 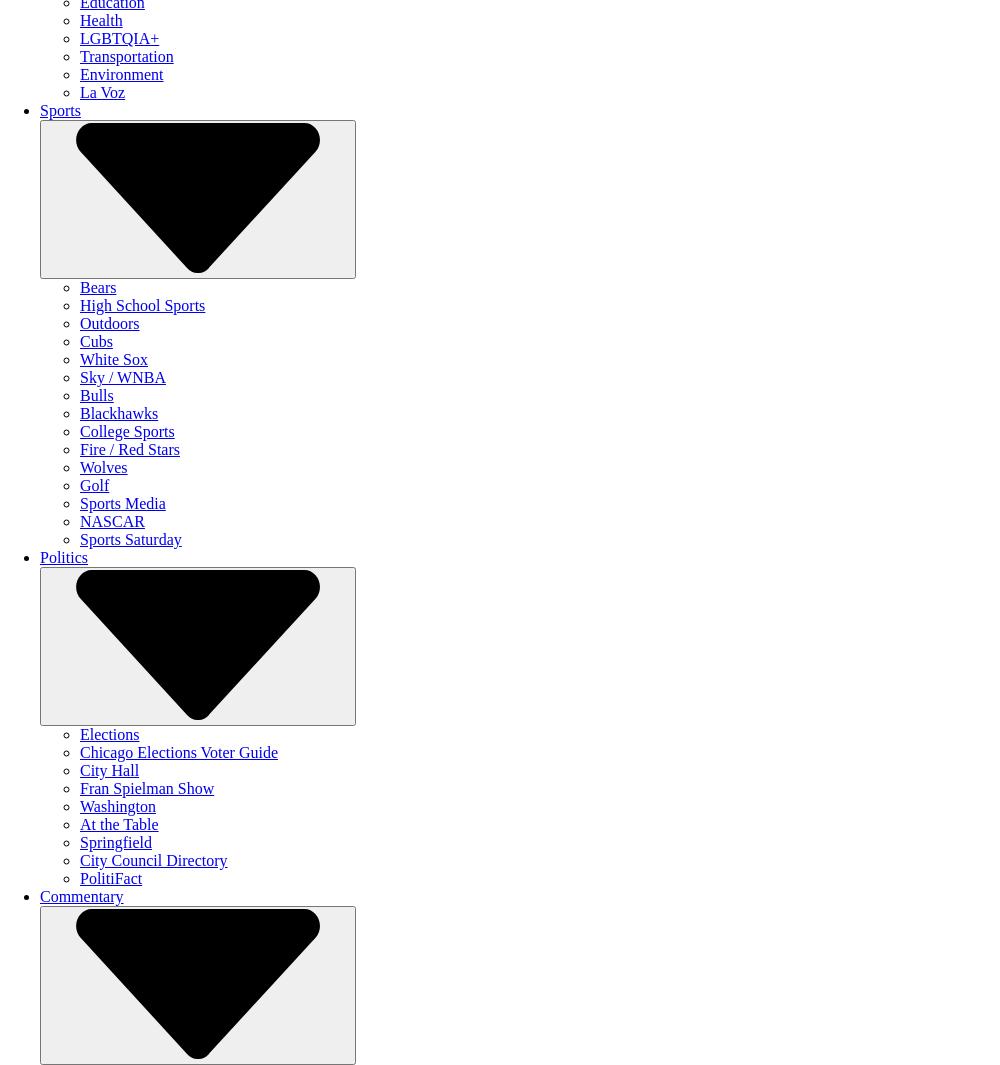 I want to click on 'Elections', so click(x=108, y=734).